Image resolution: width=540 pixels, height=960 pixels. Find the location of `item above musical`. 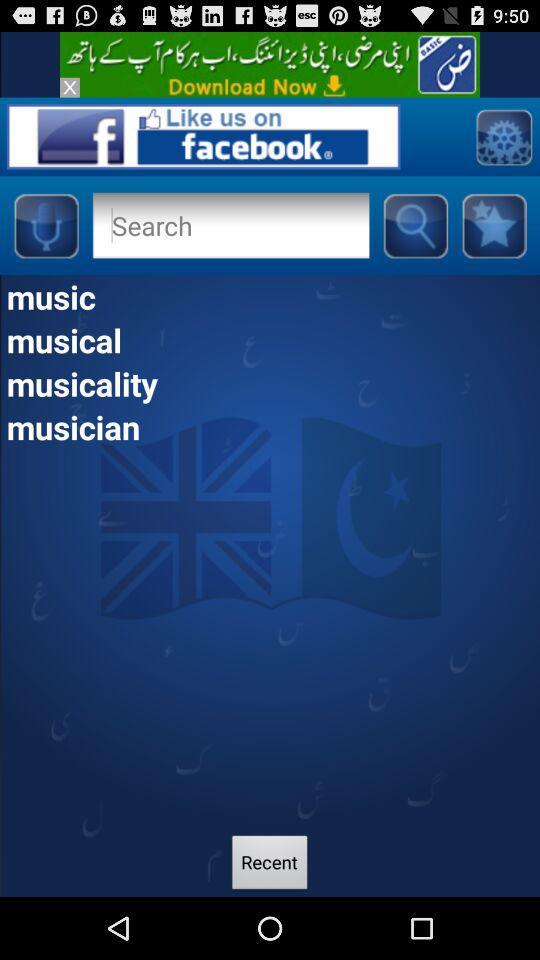

item above musical is located at coordinates (270, 295).